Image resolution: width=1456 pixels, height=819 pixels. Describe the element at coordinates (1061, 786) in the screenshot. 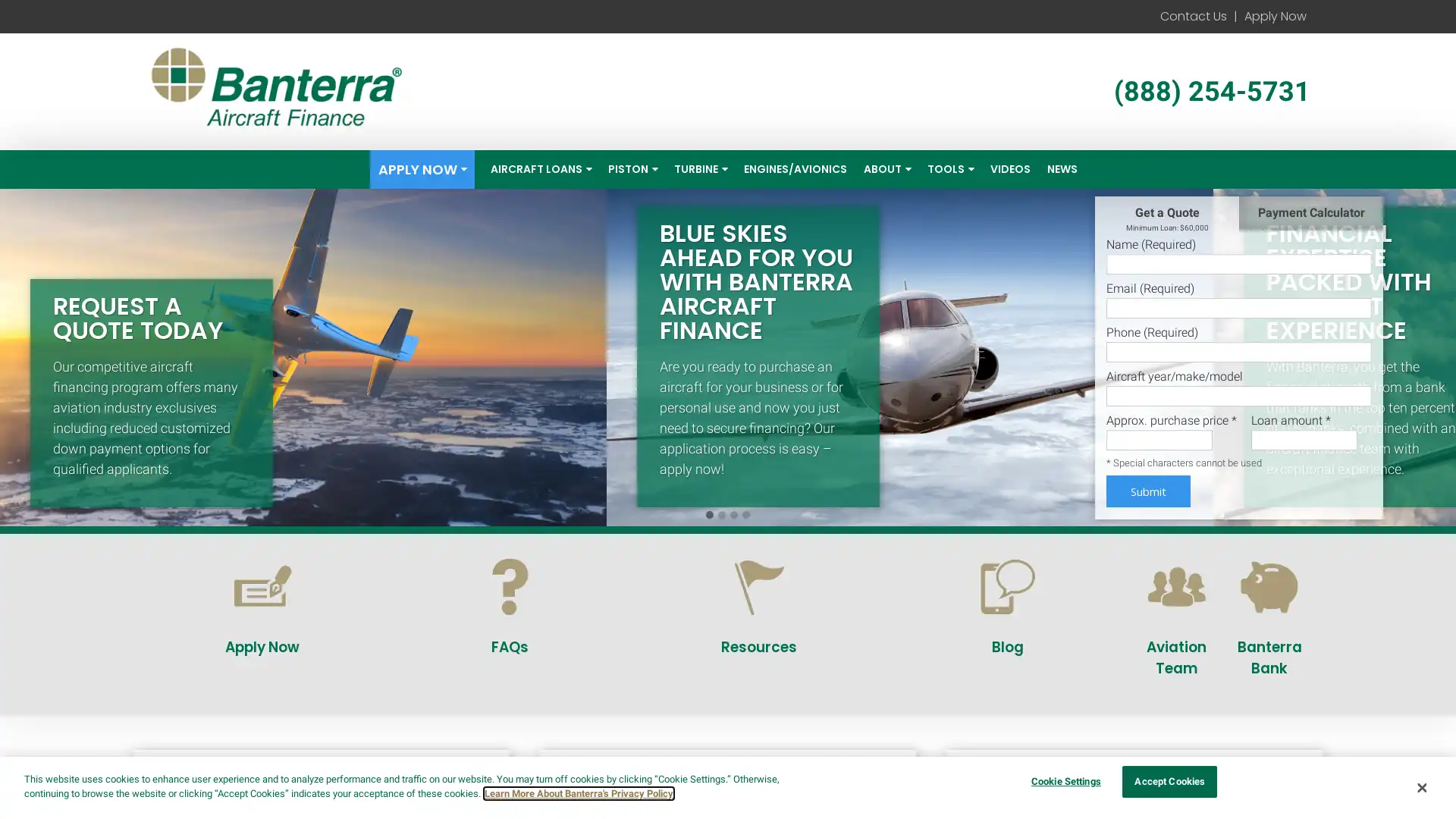

I see `Cookie Settings` at that location.